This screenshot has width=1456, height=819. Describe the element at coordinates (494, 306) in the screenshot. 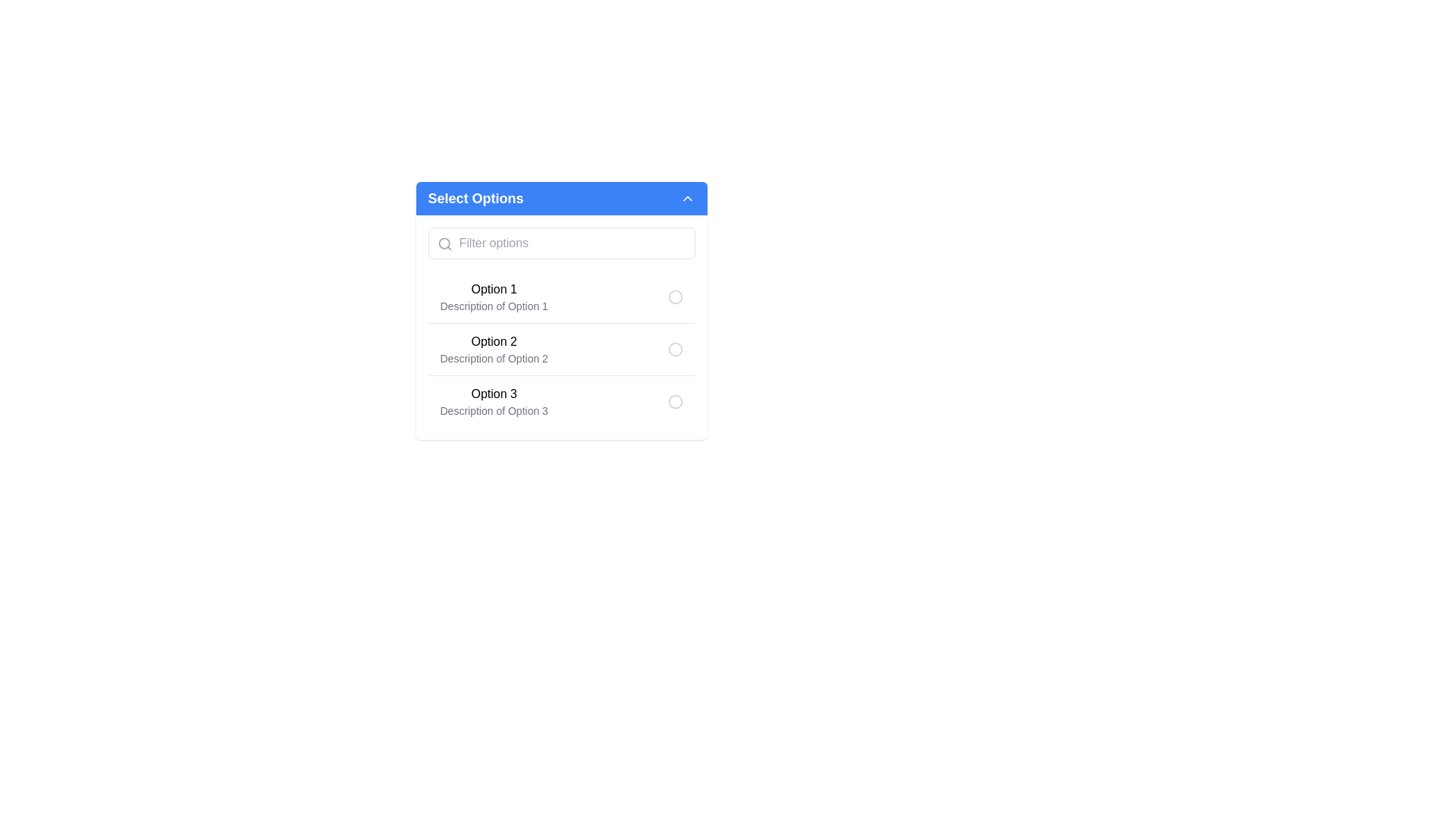

I see `information displayed in the Text label which provides additional details for 'Option 1' in the dropdown, located directly below the 'Option 1' header` at that location.